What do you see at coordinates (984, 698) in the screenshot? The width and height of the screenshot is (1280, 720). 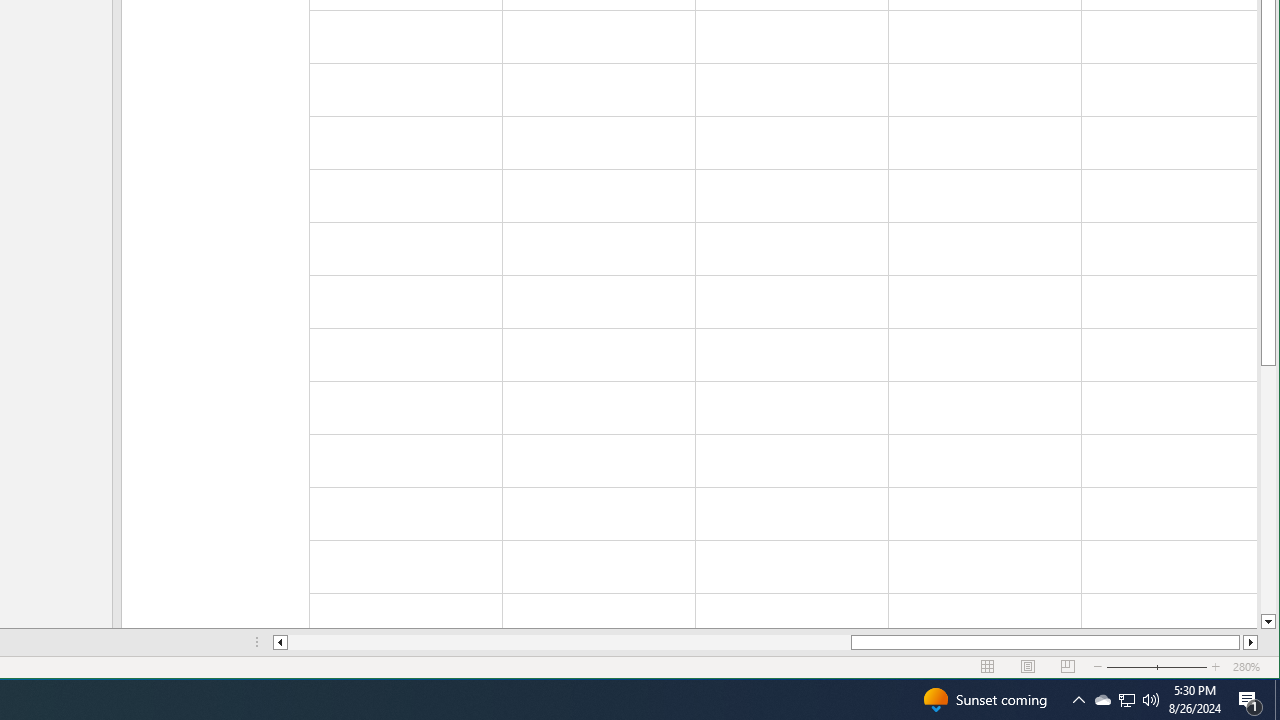 I see `'Sunset coming'` at bounding box center [984, 698].